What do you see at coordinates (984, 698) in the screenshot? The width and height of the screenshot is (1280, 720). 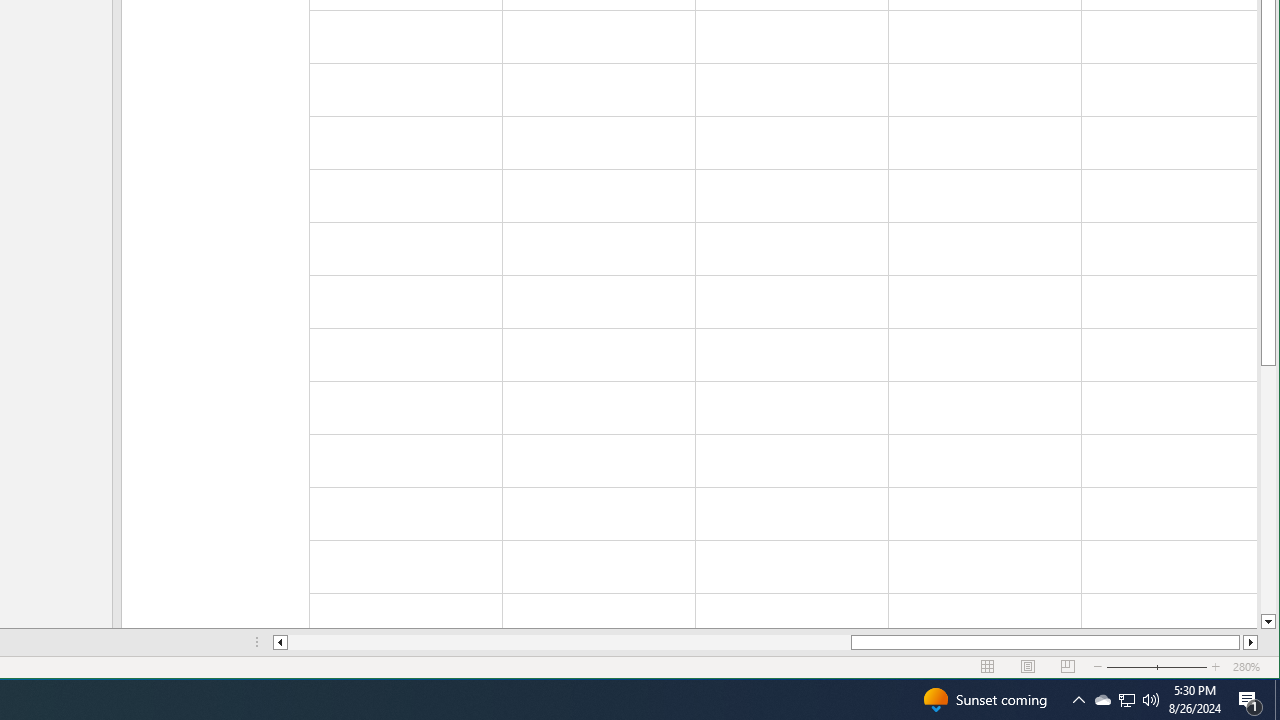 I see `'Sunset coming'` at bounding box center [984, 698].